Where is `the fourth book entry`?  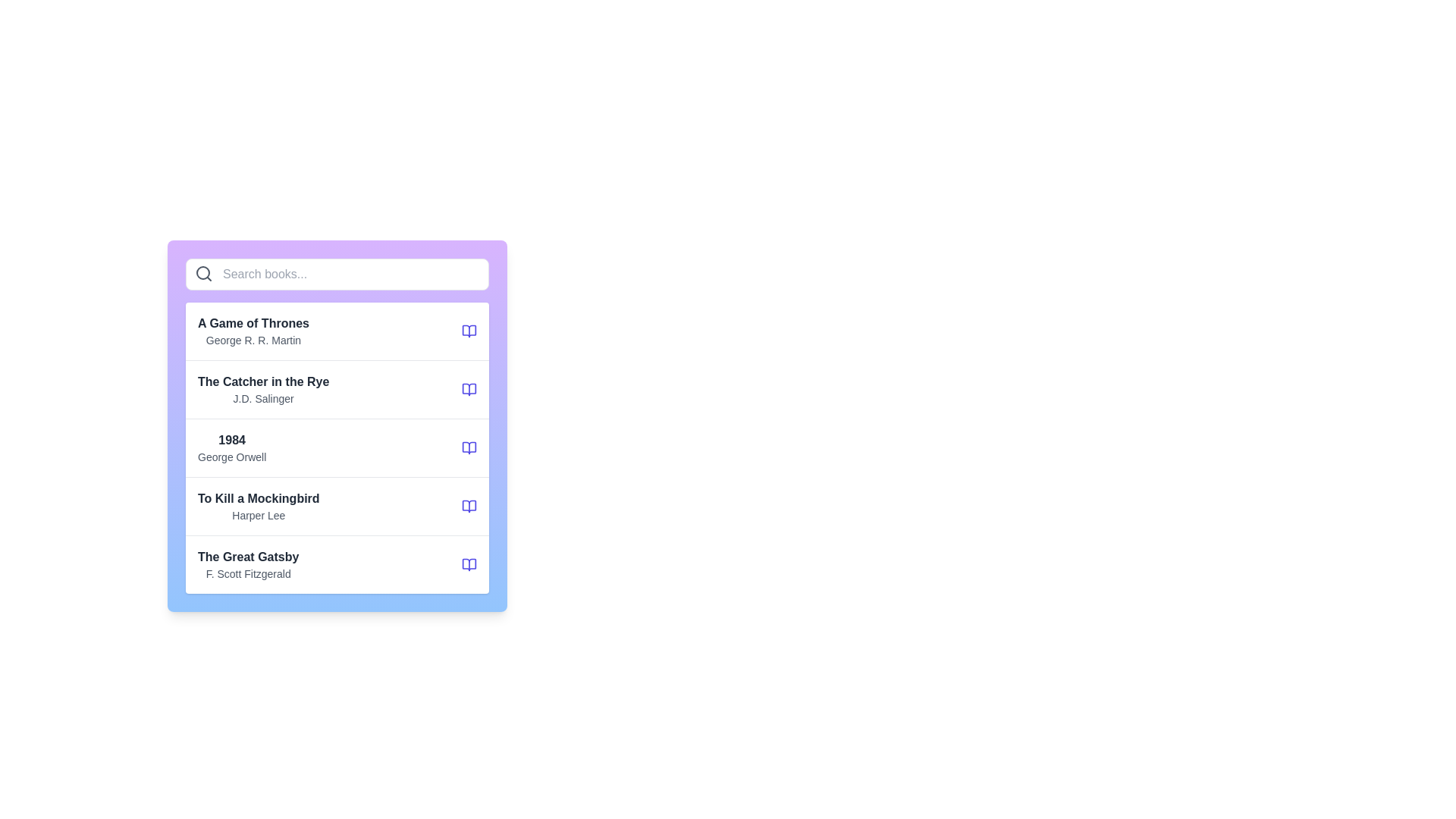 the fourth book entry is located at coordinates (259, 506).